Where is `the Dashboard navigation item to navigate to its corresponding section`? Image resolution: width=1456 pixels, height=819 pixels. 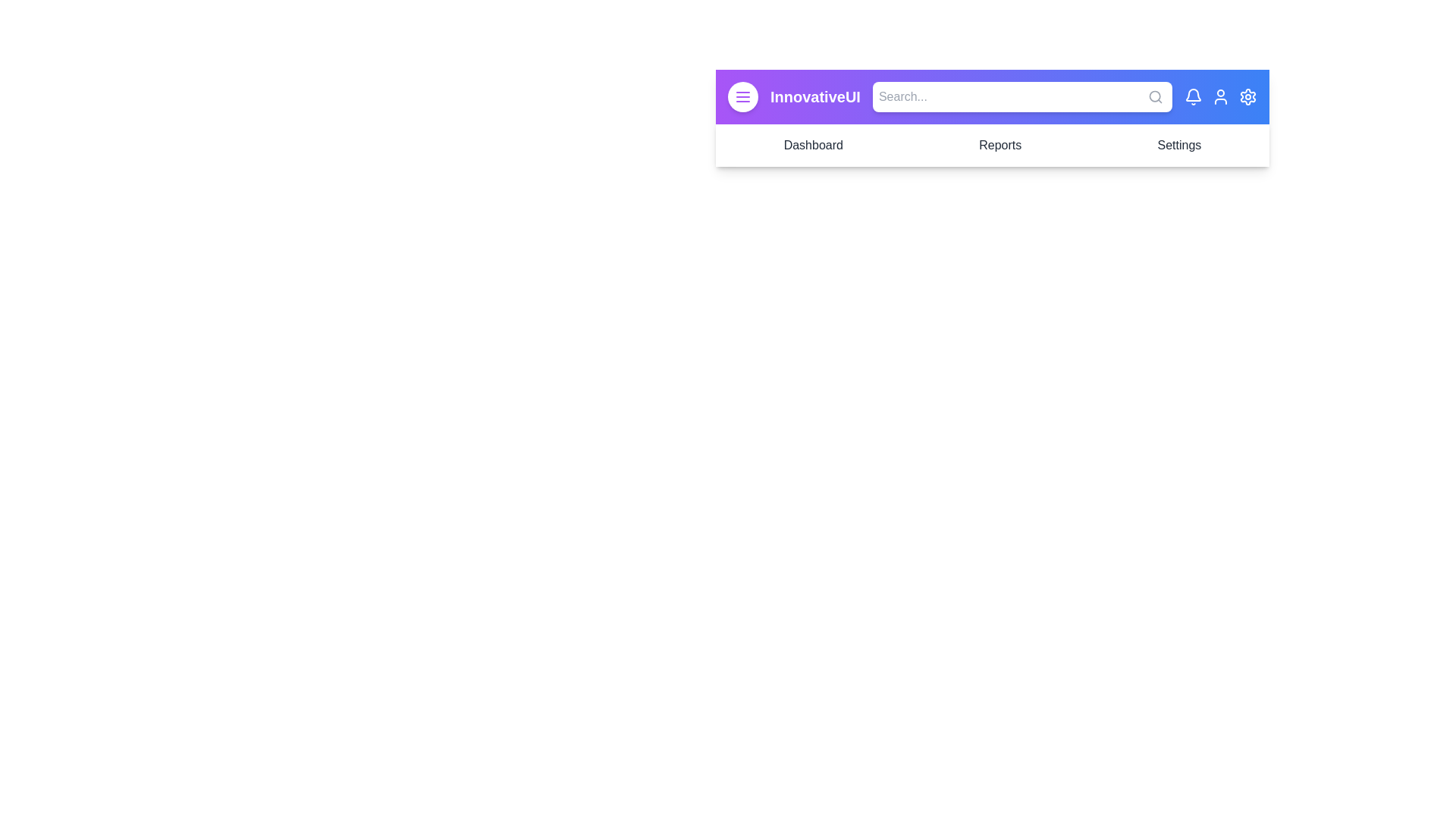
the Dashboard navigation item to navigate to its corresponding section is located at coordinates (811, 146).